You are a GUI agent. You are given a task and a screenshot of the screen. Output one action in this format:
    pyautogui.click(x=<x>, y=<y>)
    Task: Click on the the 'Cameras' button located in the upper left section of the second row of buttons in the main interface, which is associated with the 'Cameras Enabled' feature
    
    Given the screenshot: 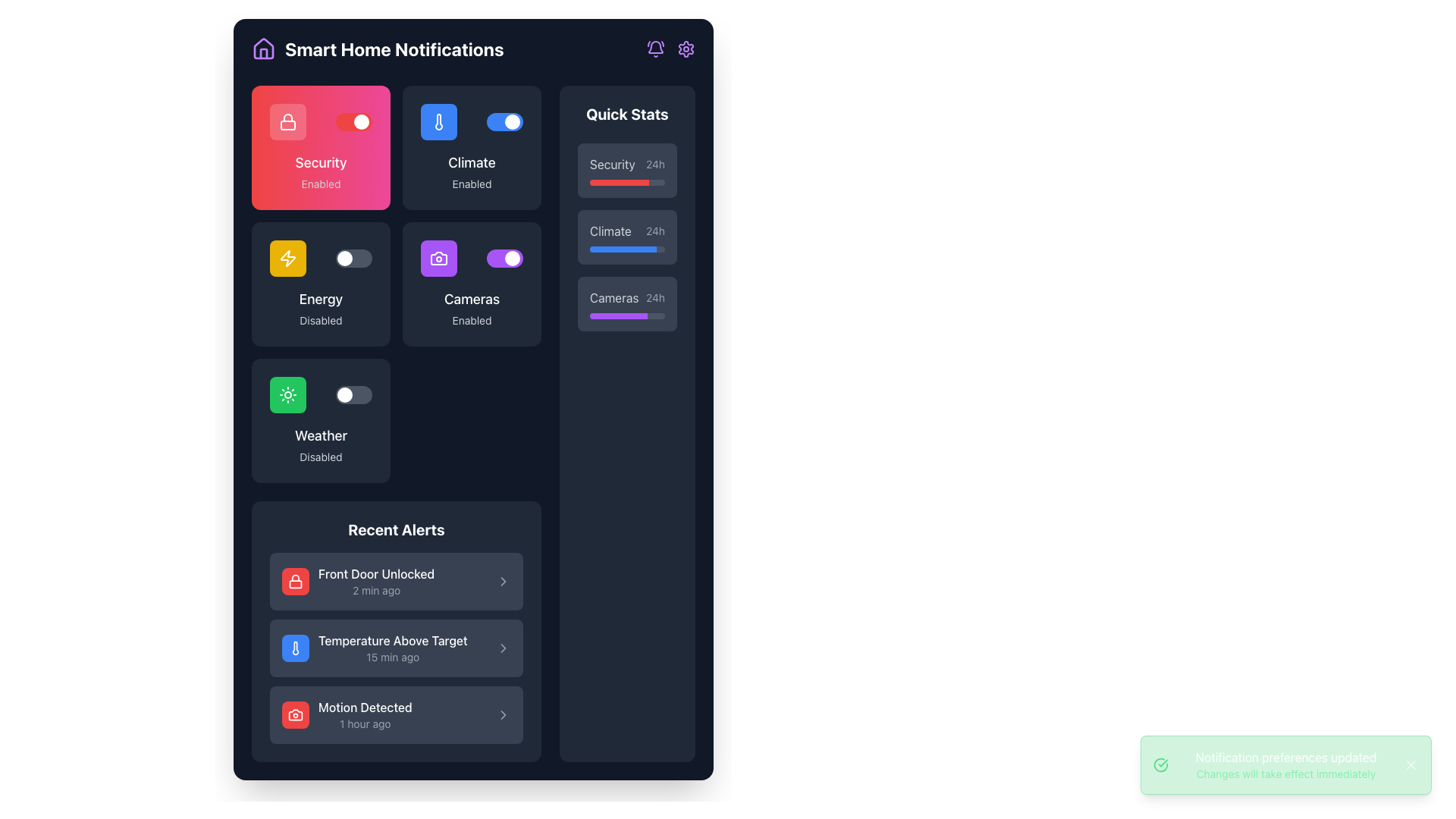 What is the action you would take?
    pyautogui.click(x=438, y=257)
    